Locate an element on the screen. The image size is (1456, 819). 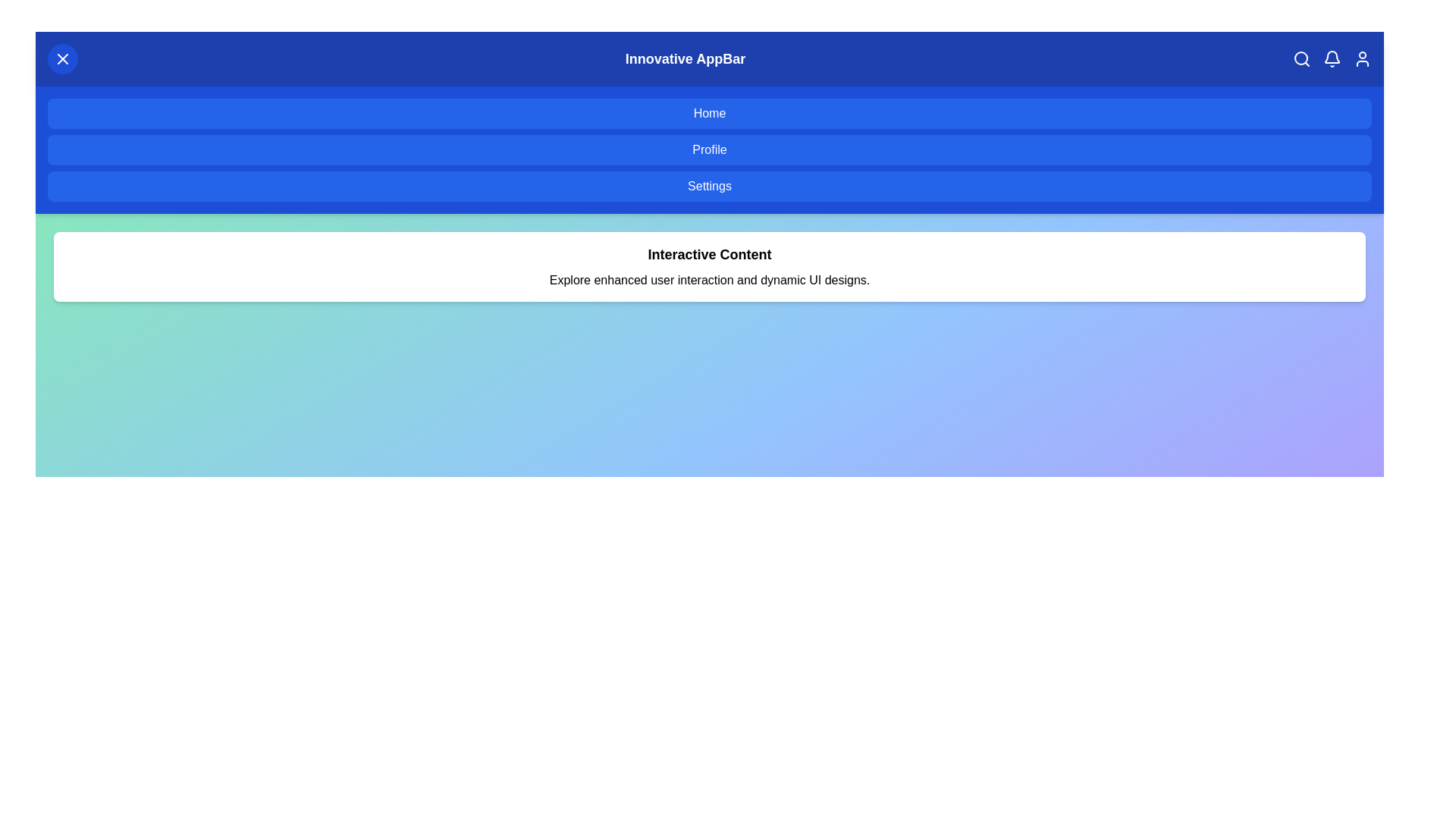
the navigation item Home to navigate to the respective section is located at coordinates (709, 113).